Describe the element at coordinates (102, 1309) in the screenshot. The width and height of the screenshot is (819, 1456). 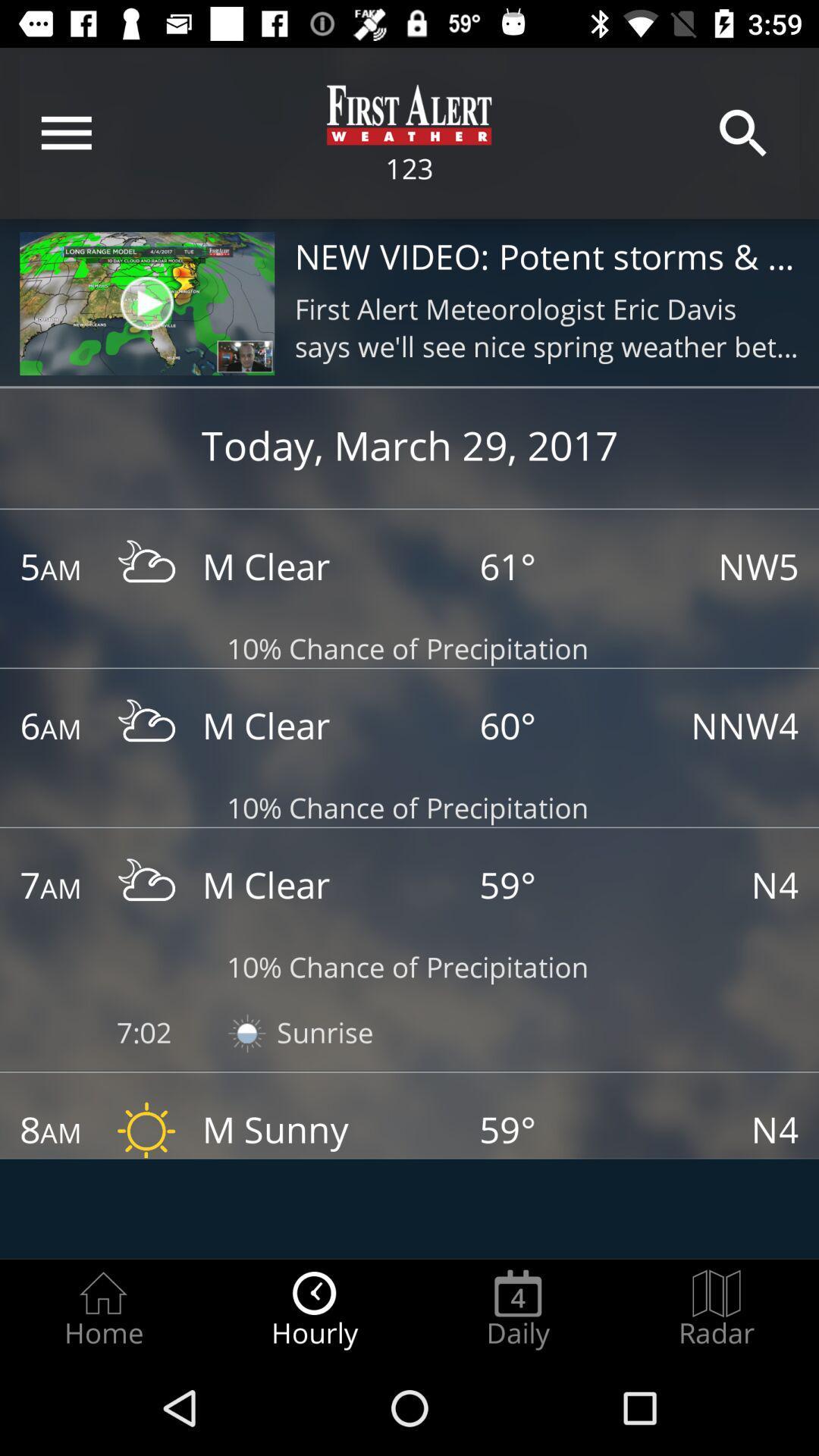
I see `item next to hourly item` at that location.